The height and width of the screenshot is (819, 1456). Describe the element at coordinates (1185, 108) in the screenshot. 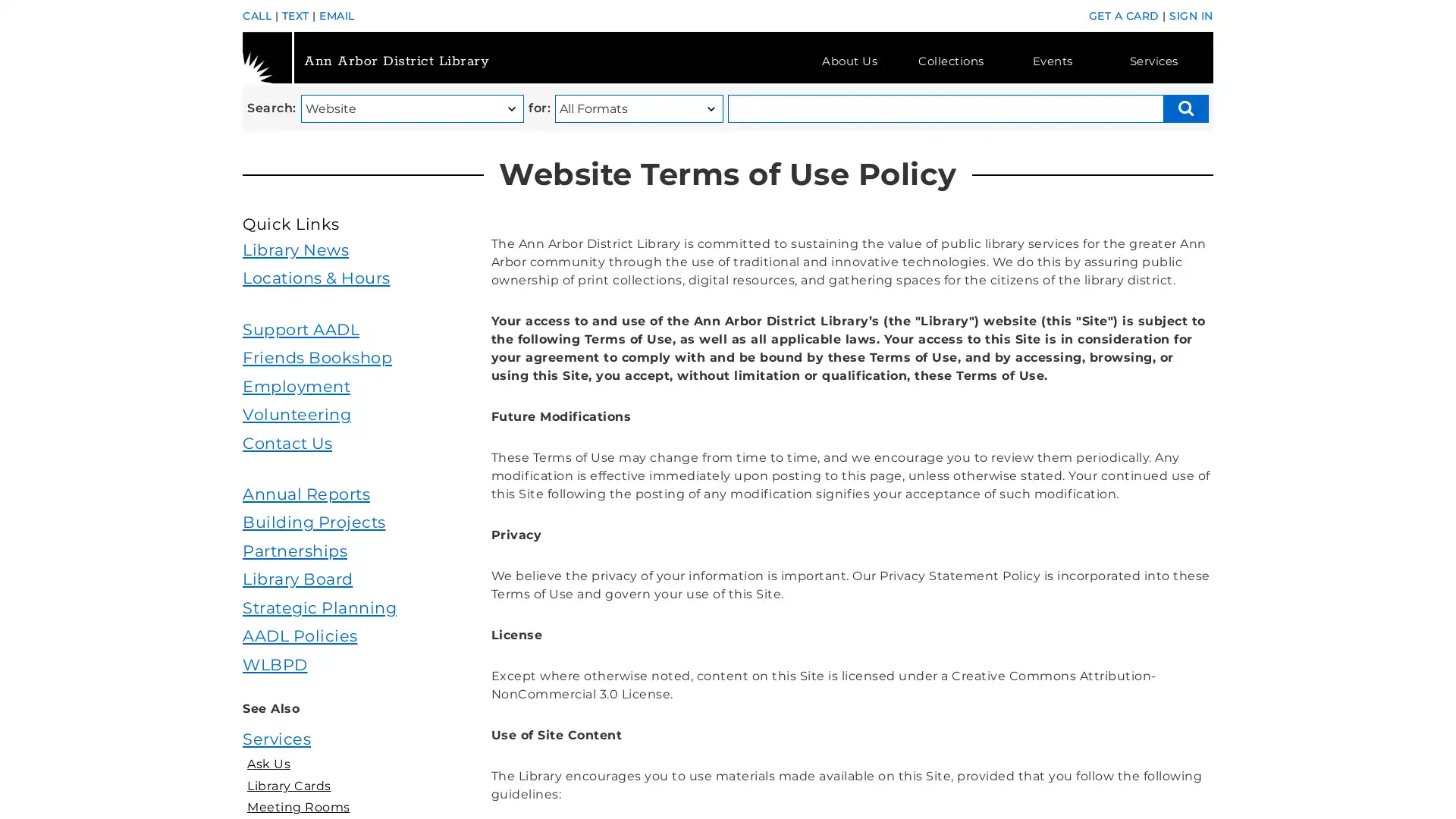

I see `Search submit` at that location.